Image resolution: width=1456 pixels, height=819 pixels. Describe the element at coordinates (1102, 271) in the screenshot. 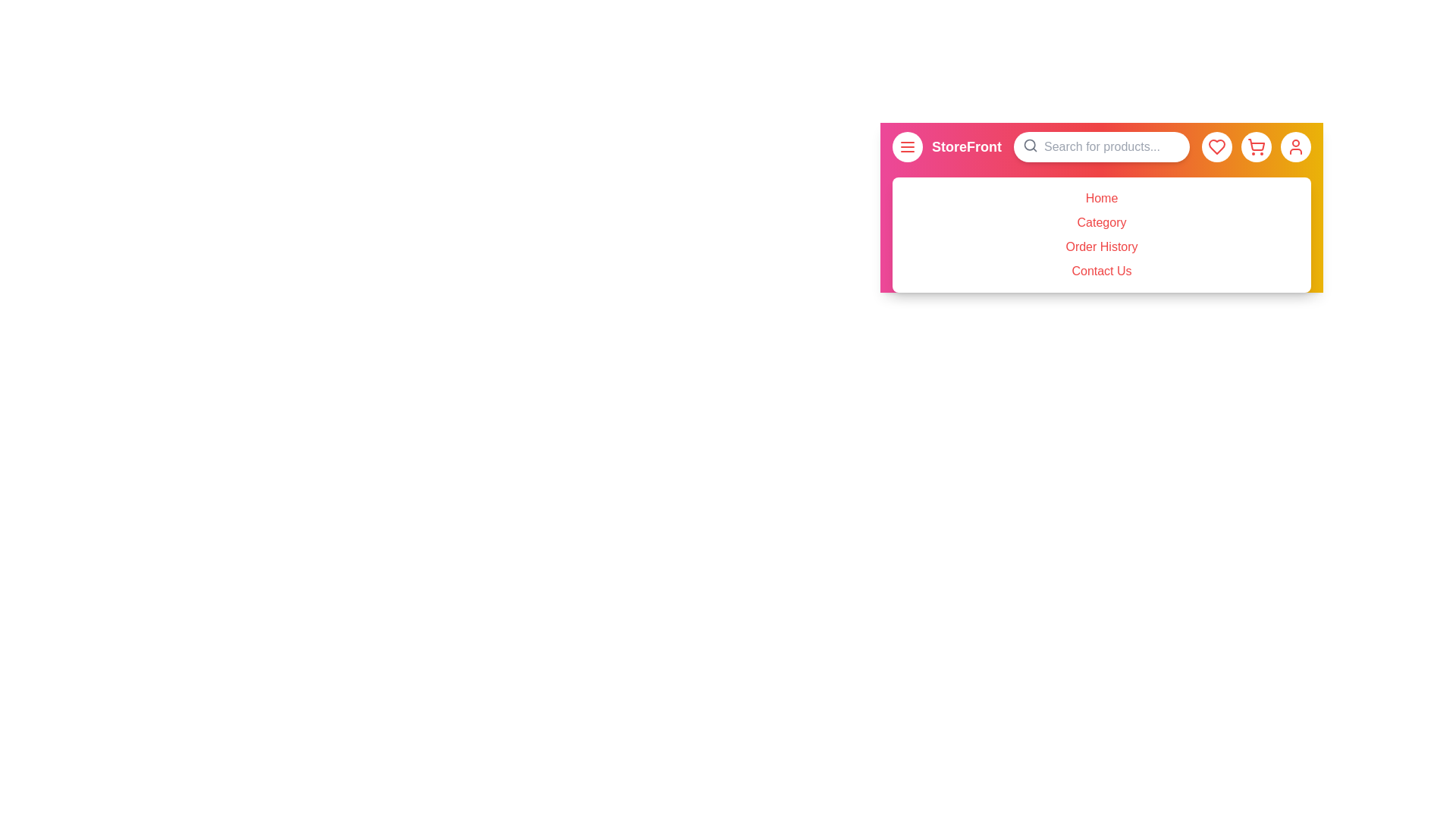

I see `the menu item Contact Us from the side menu` at that location.